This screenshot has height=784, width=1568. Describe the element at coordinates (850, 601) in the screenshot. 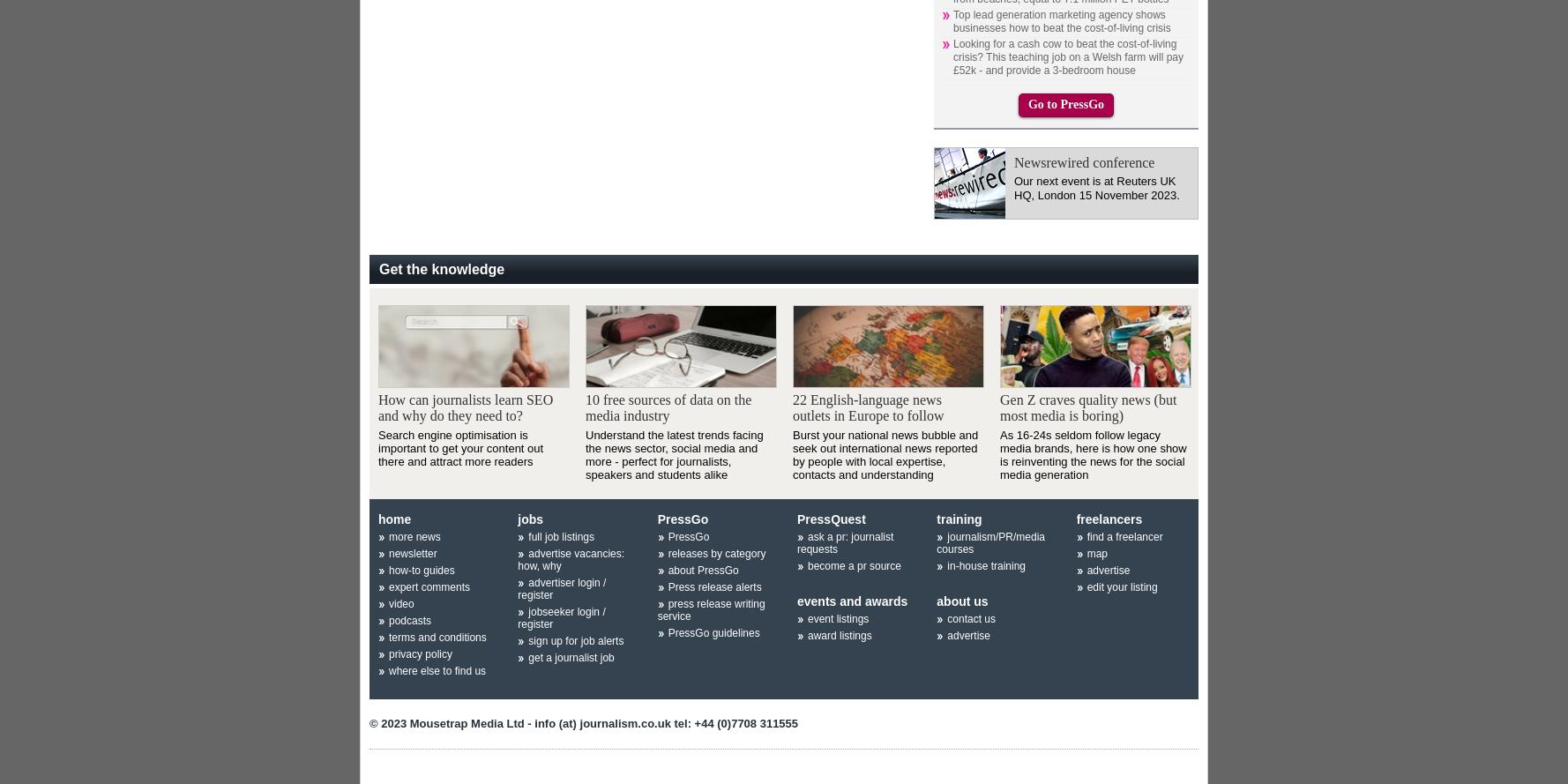

I see `'events and awards'` at that location.